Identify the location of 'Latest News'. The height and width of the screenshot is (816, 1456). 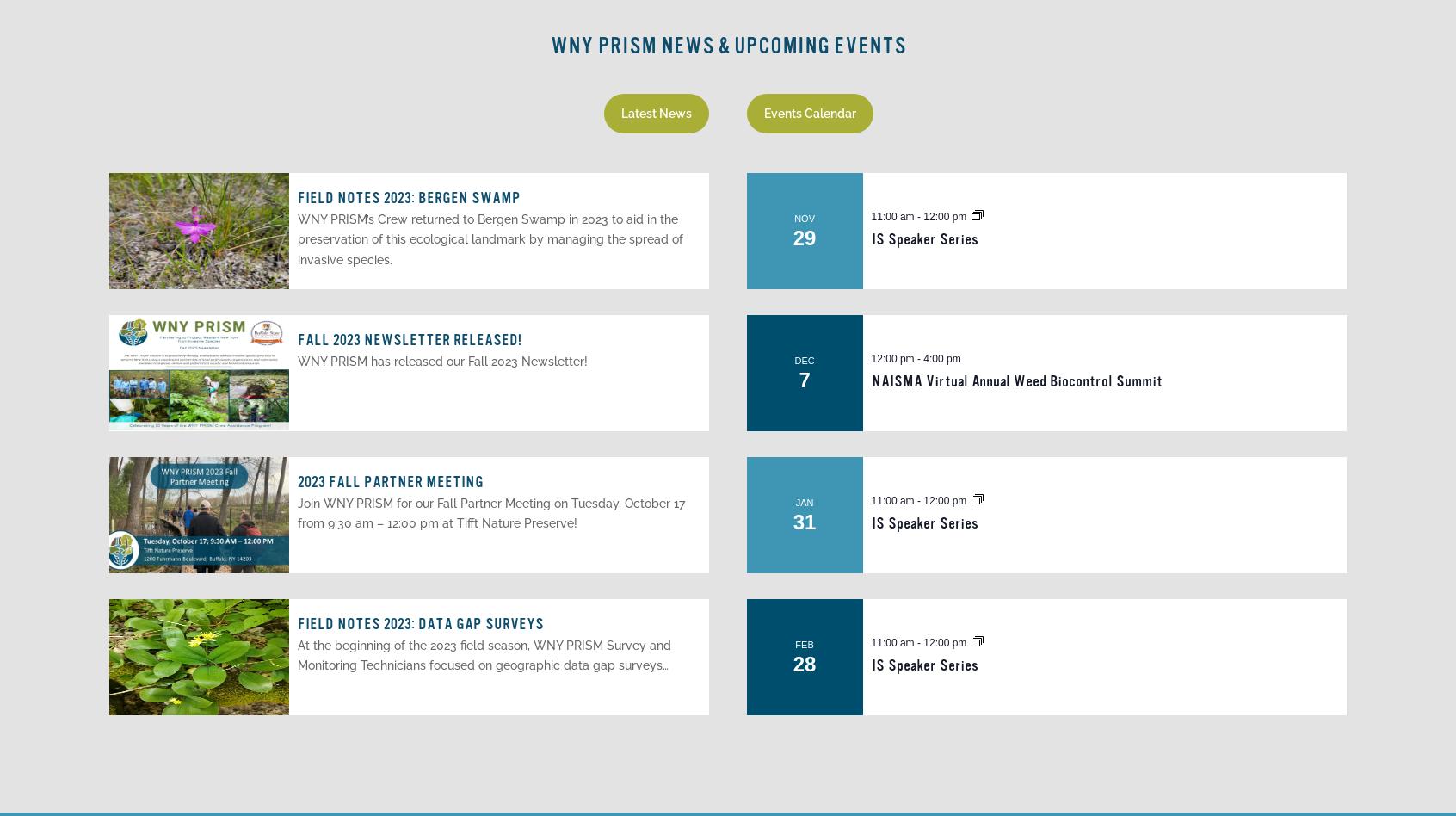
(655, 112).